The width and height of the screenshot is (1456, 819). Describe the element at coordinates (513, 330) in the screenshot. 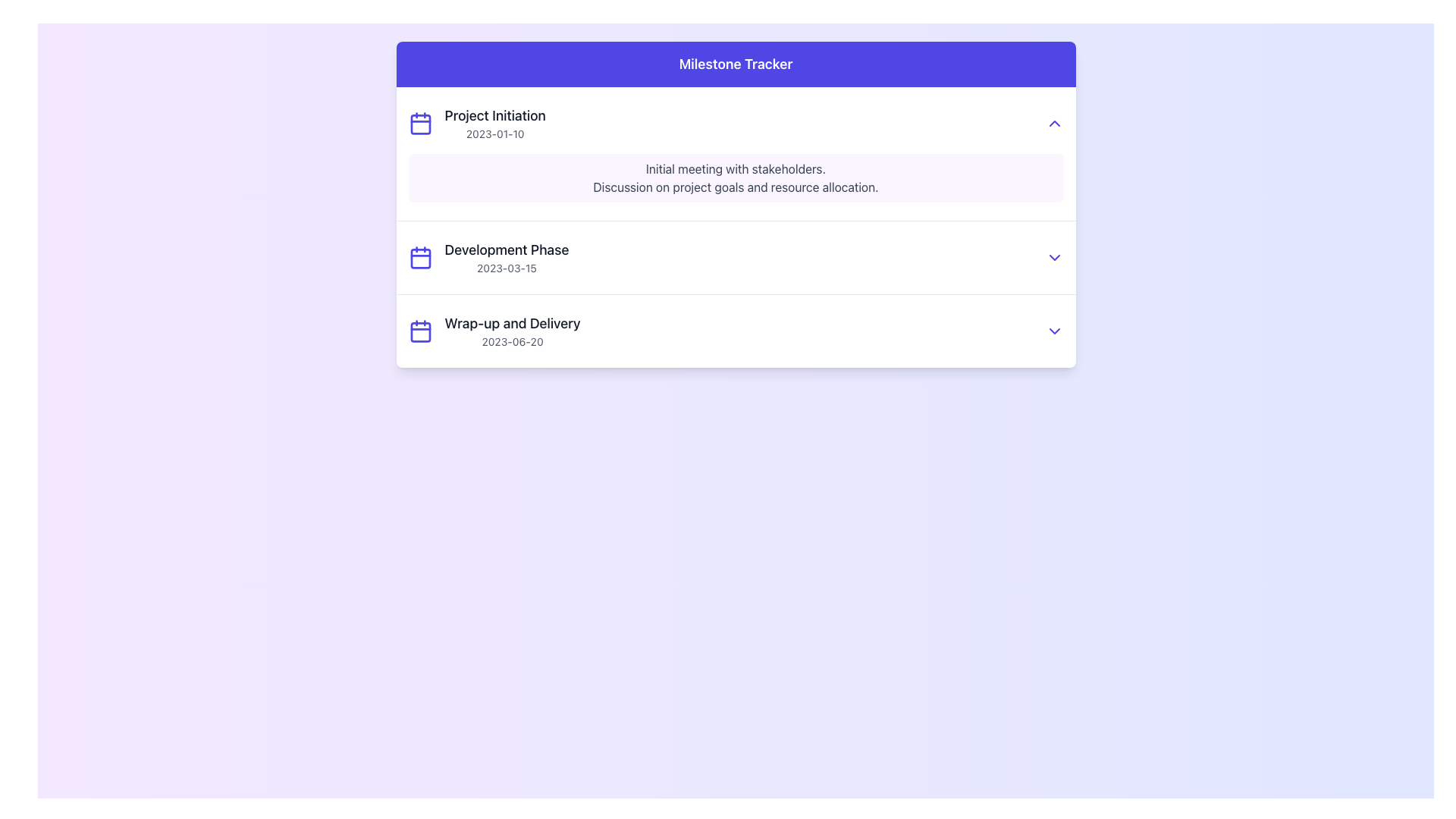

I see `text content of the milestone entry in the tracker interface, which is the third item under the 'Milestone Tracker' header, positioned below 'Development Phase'` at that location.